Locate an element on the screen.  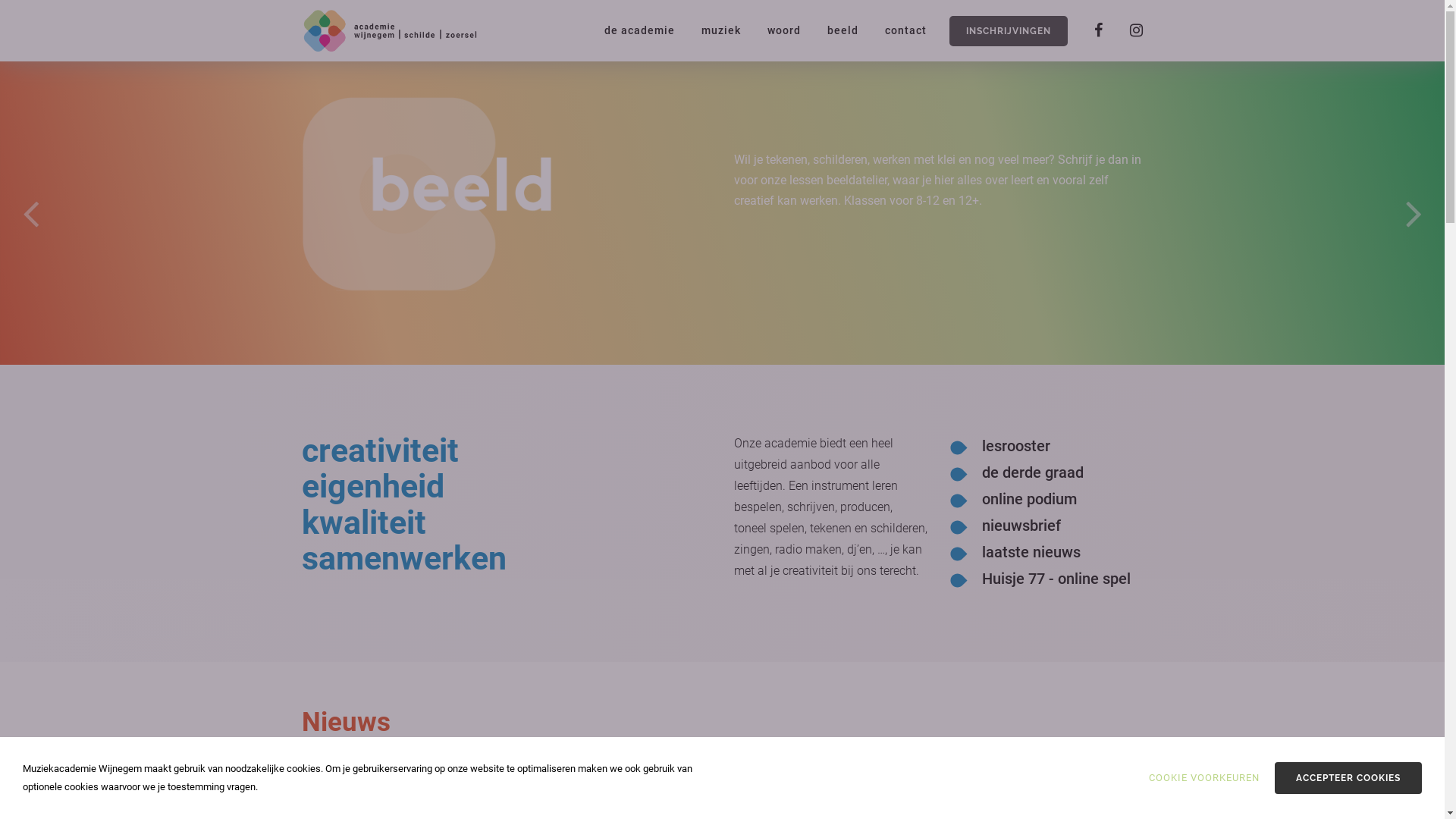
'INSCHRIJVINGEN' is located at coordinates (1008, 31).